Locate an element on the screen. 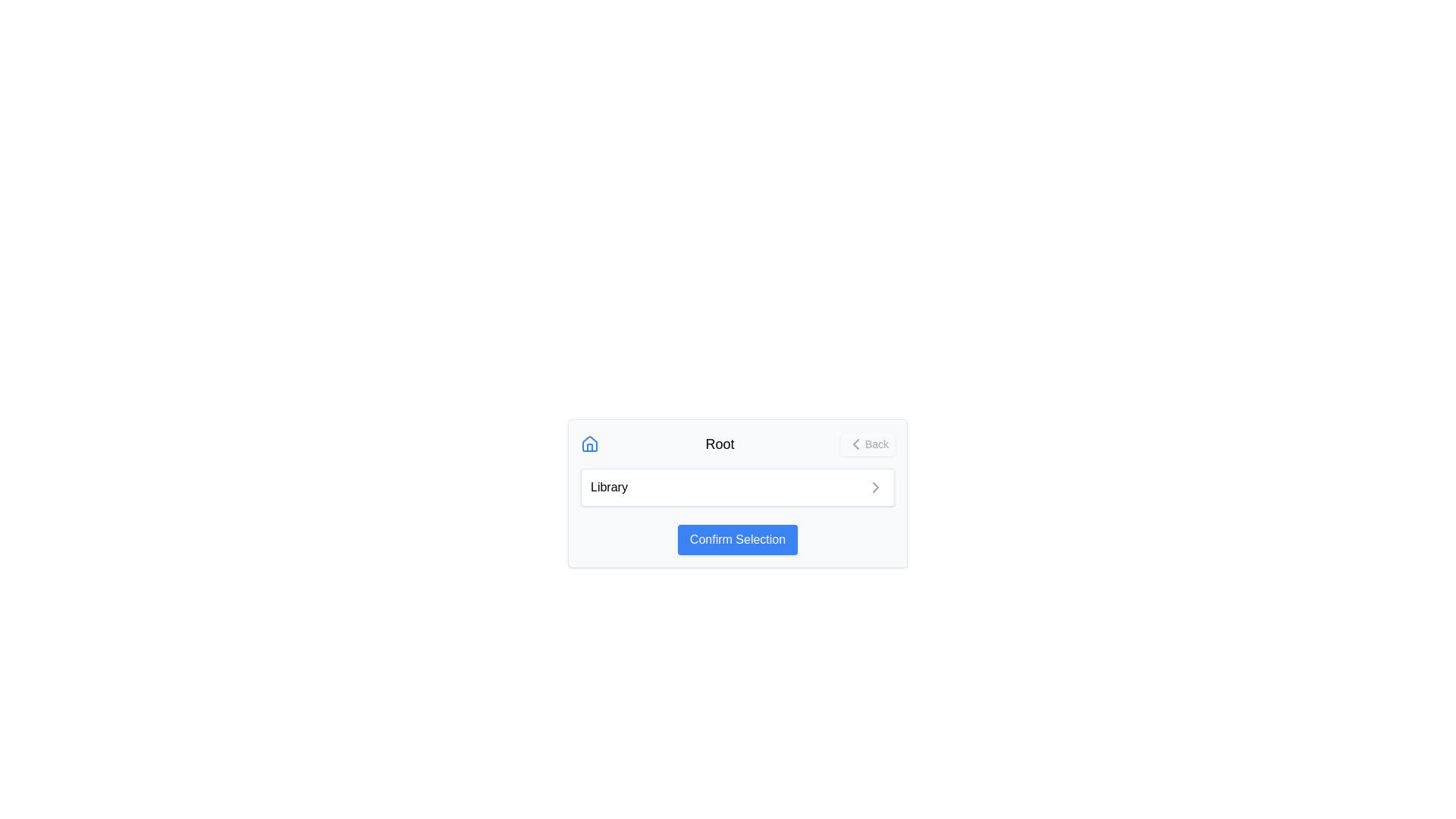 The width and height of the screenshot is (1456, 819). the small left-facing chevron icon next to the 'Back' text in the upper-right section of the card interface is located at coordinates (855, 444).